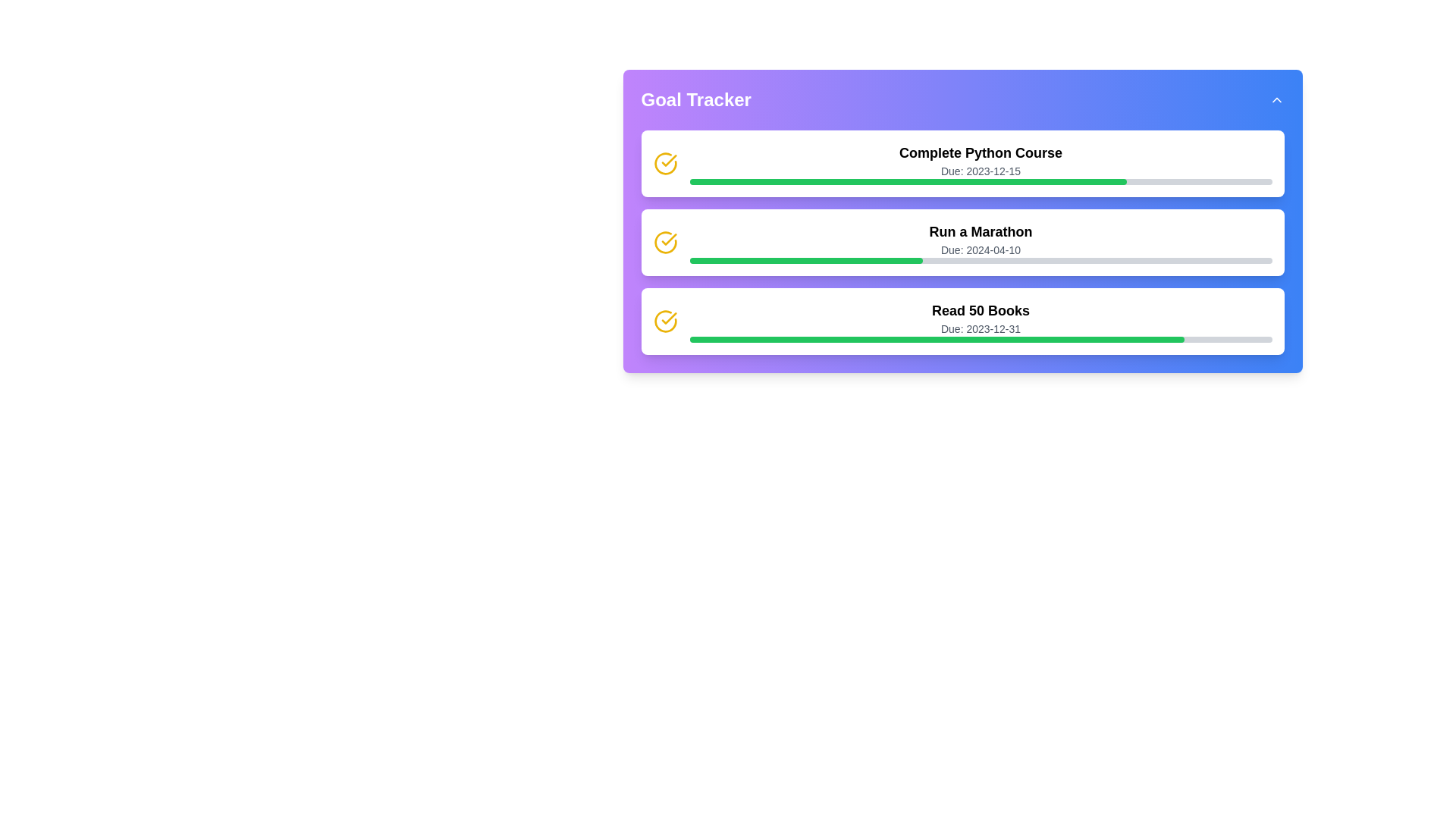  What do you see at coordinates (962, 242) in the screenshot?
I see `the List of goals in the 'Goal Tracker' section` at bounding box center [962, 242].